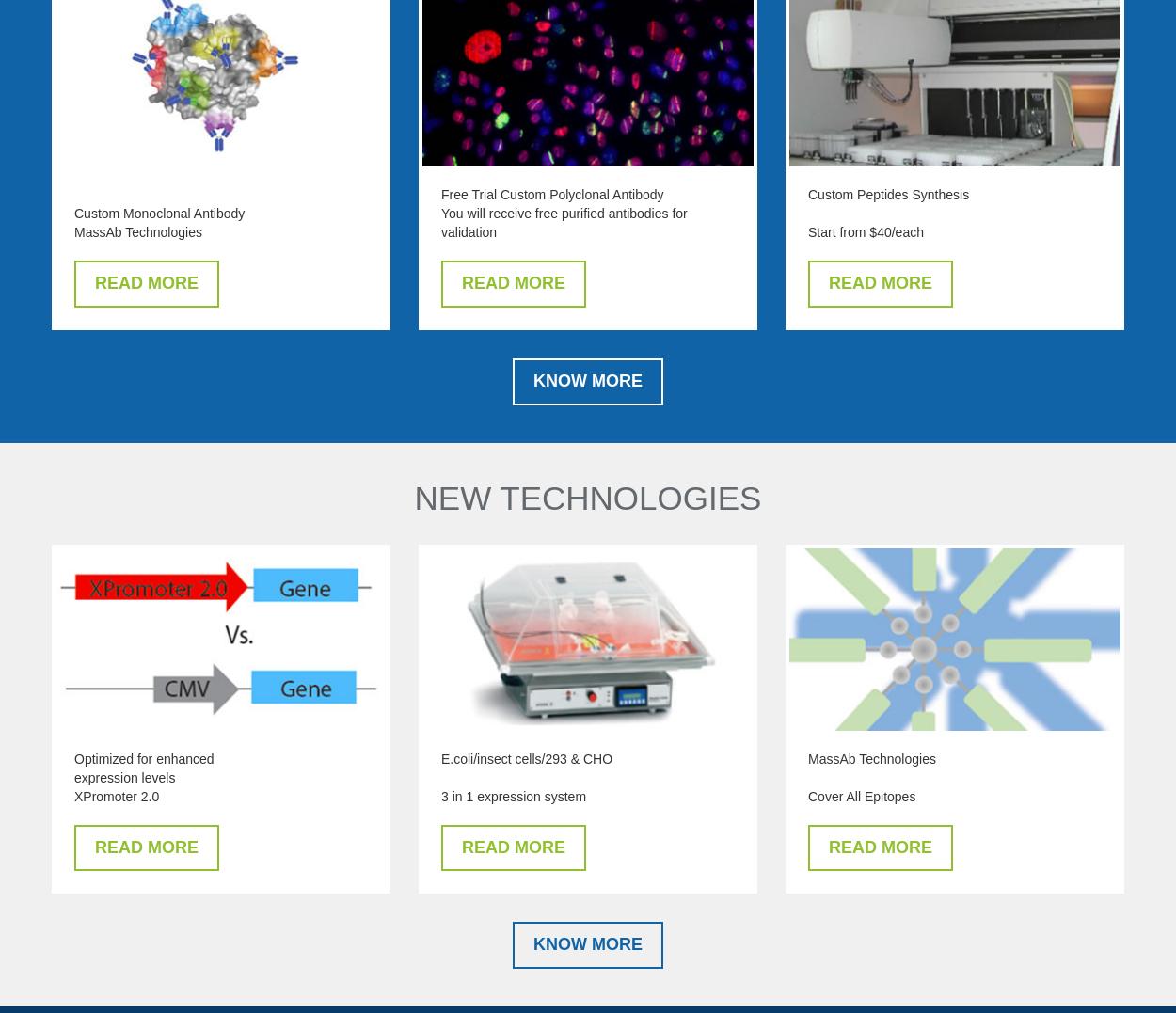 This screenshot has width=1176, height=1013. Describe the element at coordinates (514, 794) in the screenshot. I see `'3 in 1 expression system'` at that location.